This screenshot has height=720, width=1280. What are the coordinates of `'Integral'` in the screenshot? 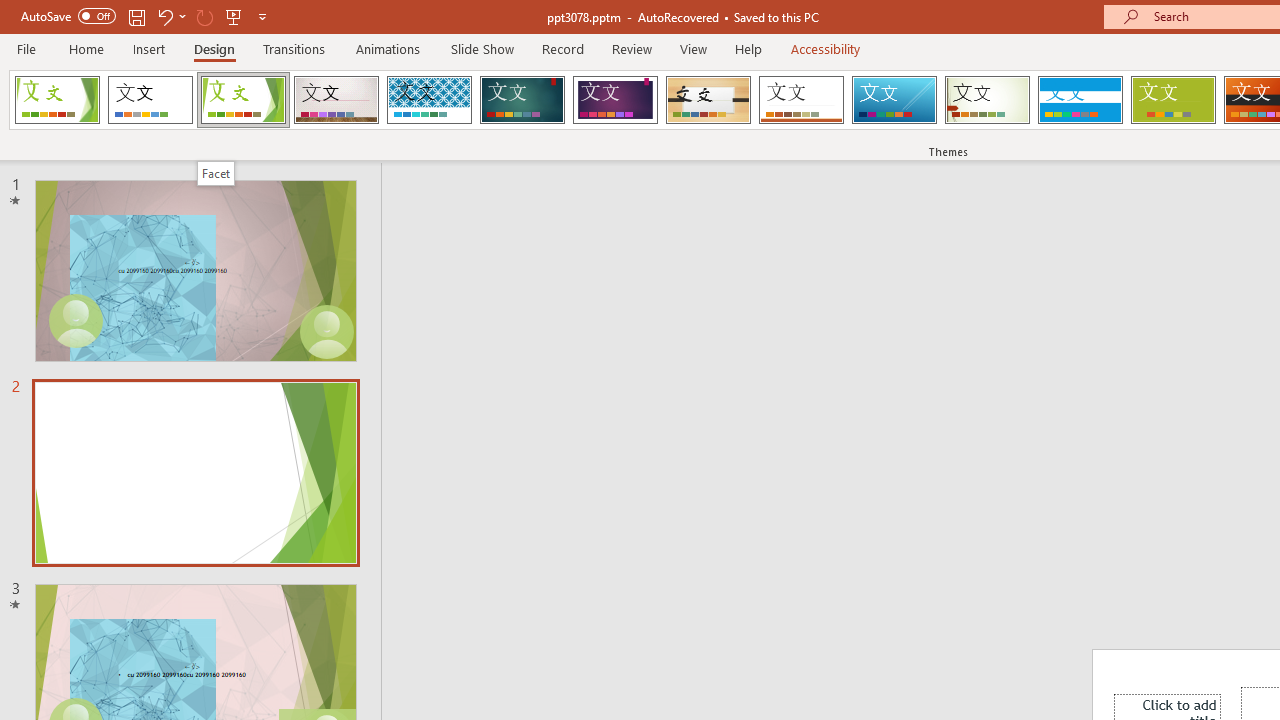 It's located at (428, 100).